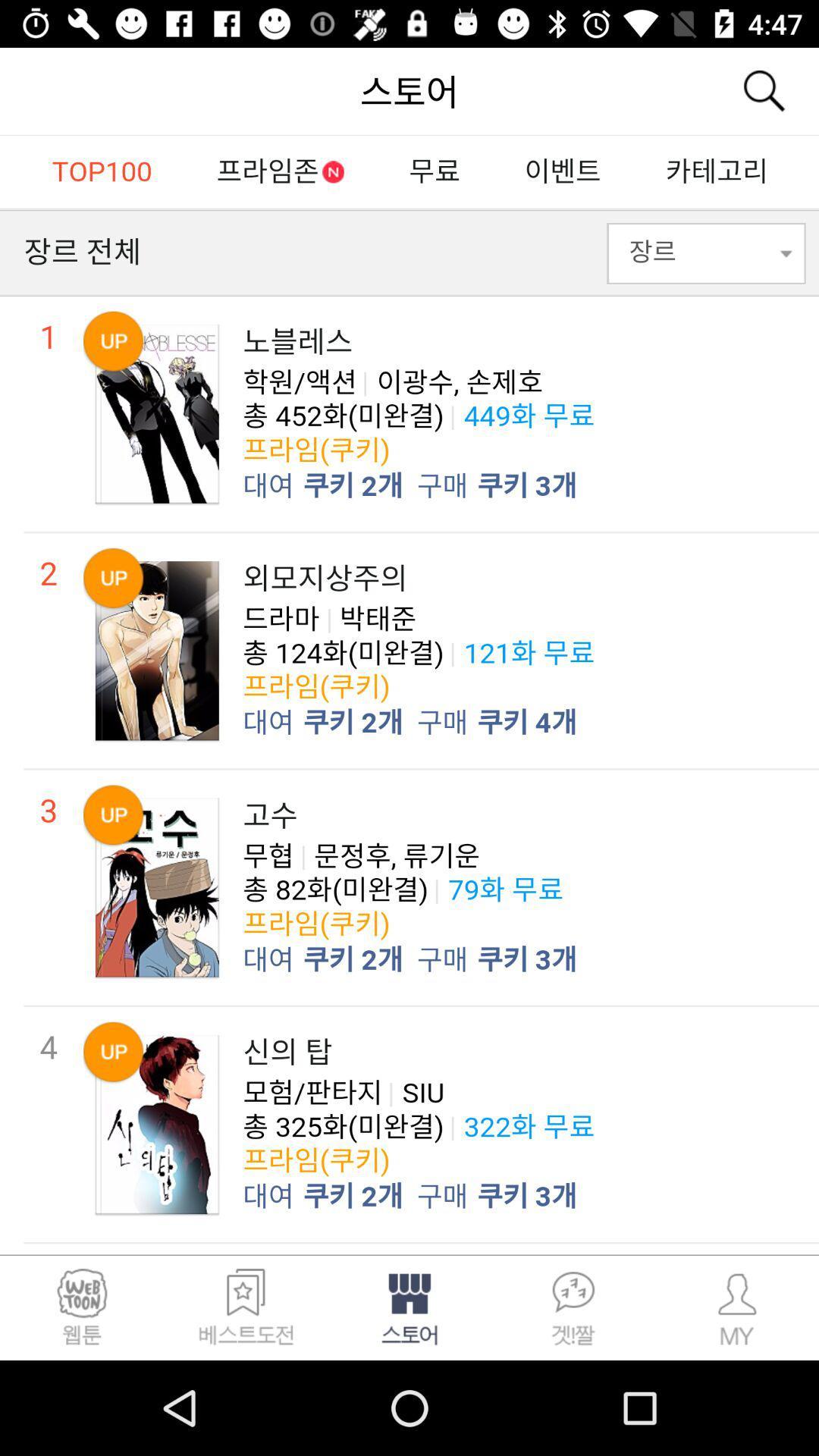 The width and height of the screenshot is (819, 1456). What do you see at coordinates (82, 1307) in the screenshot?
I see `the emoji icon` at bounding box center [82, 1307].